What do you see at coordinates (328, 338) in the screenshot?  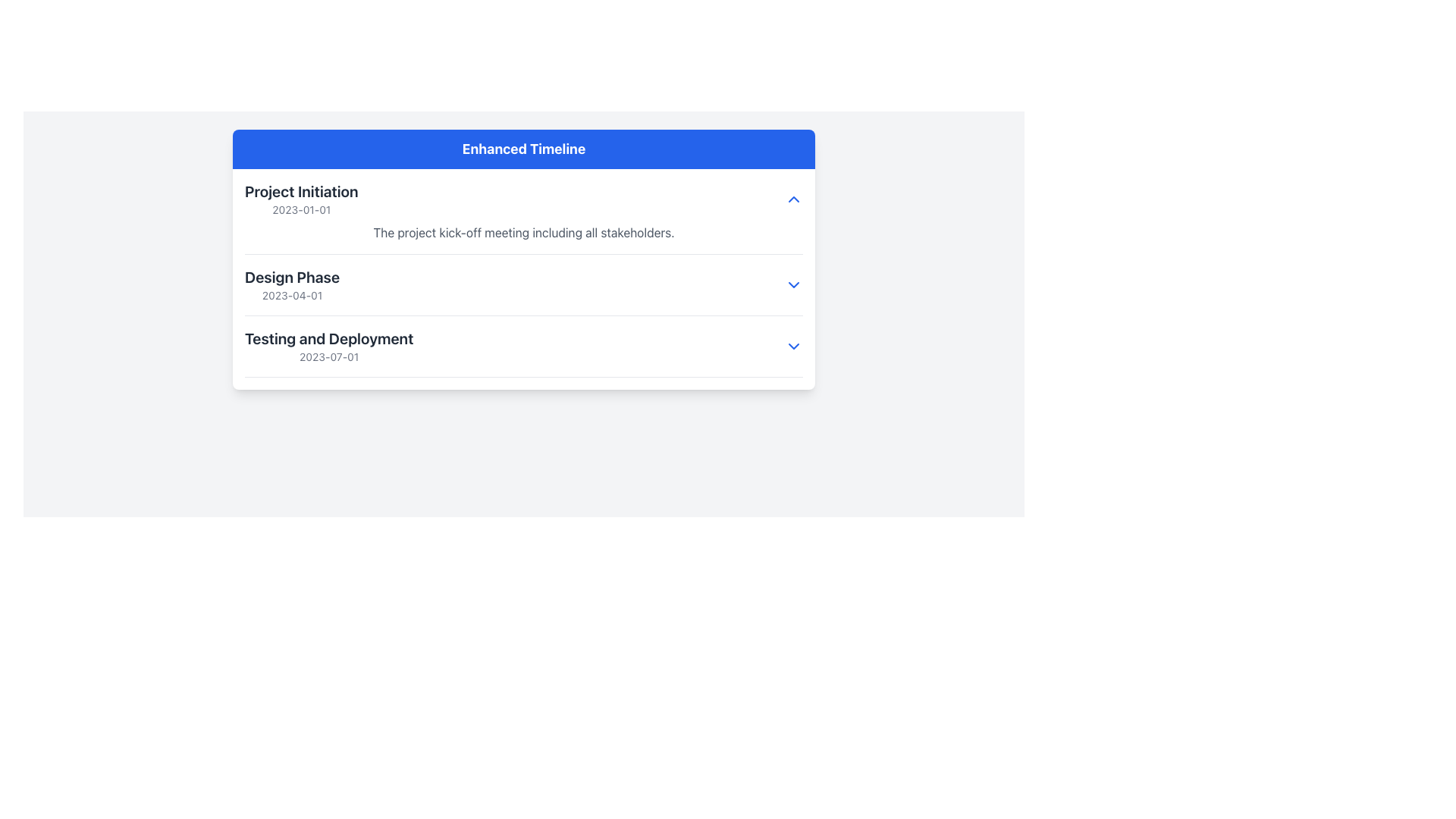 I see `the static text label displaying 'Testing and Deployment' within the 'Enhanced Timeline' section of the timeline interface` at bounding box center [328, 338].